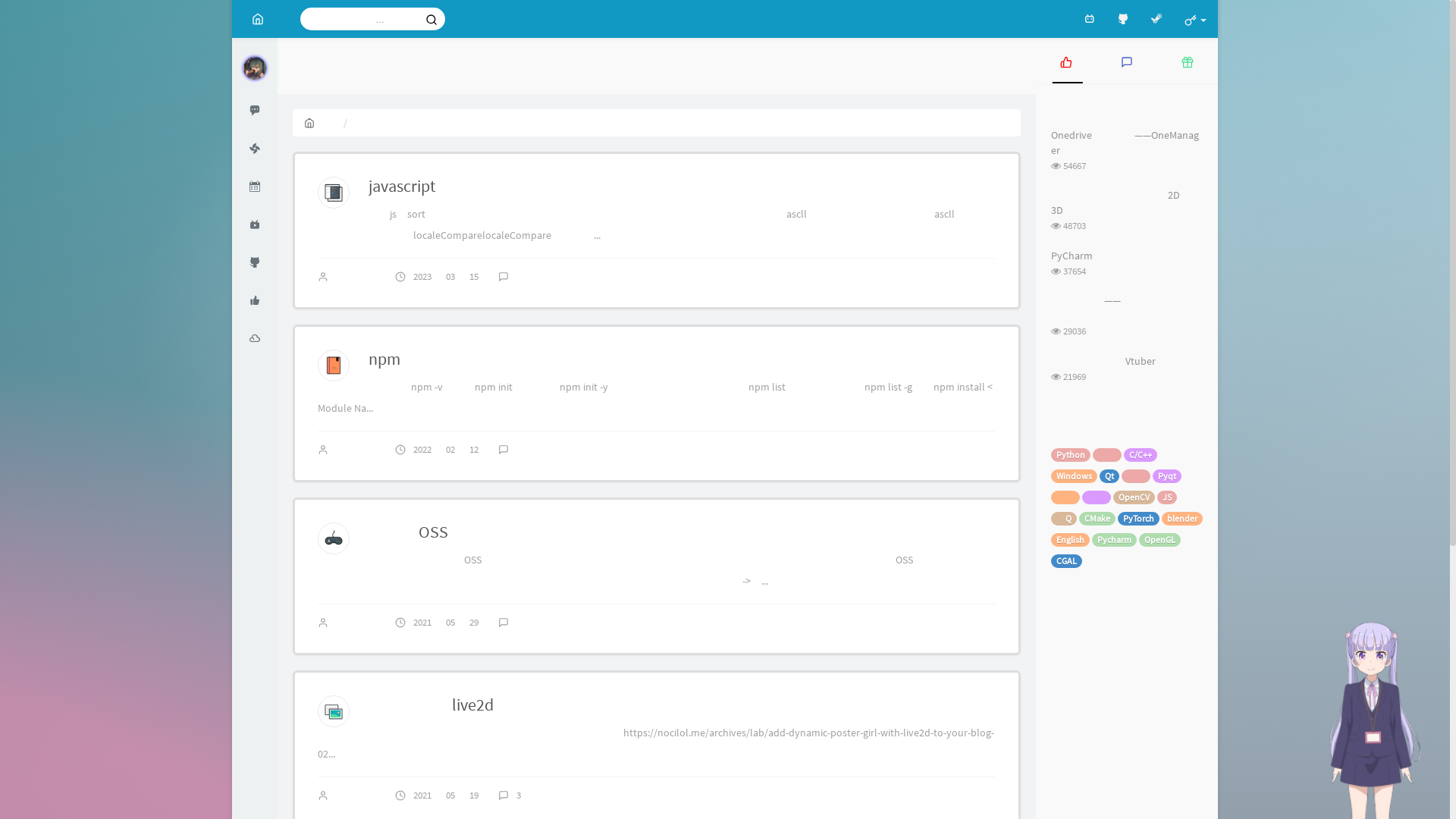 The image size is (1456, 819). What do you see at coordinates (1153, 475) in the screenshot?
I see `'Pyqt'` at bounding box center [1153, 475].